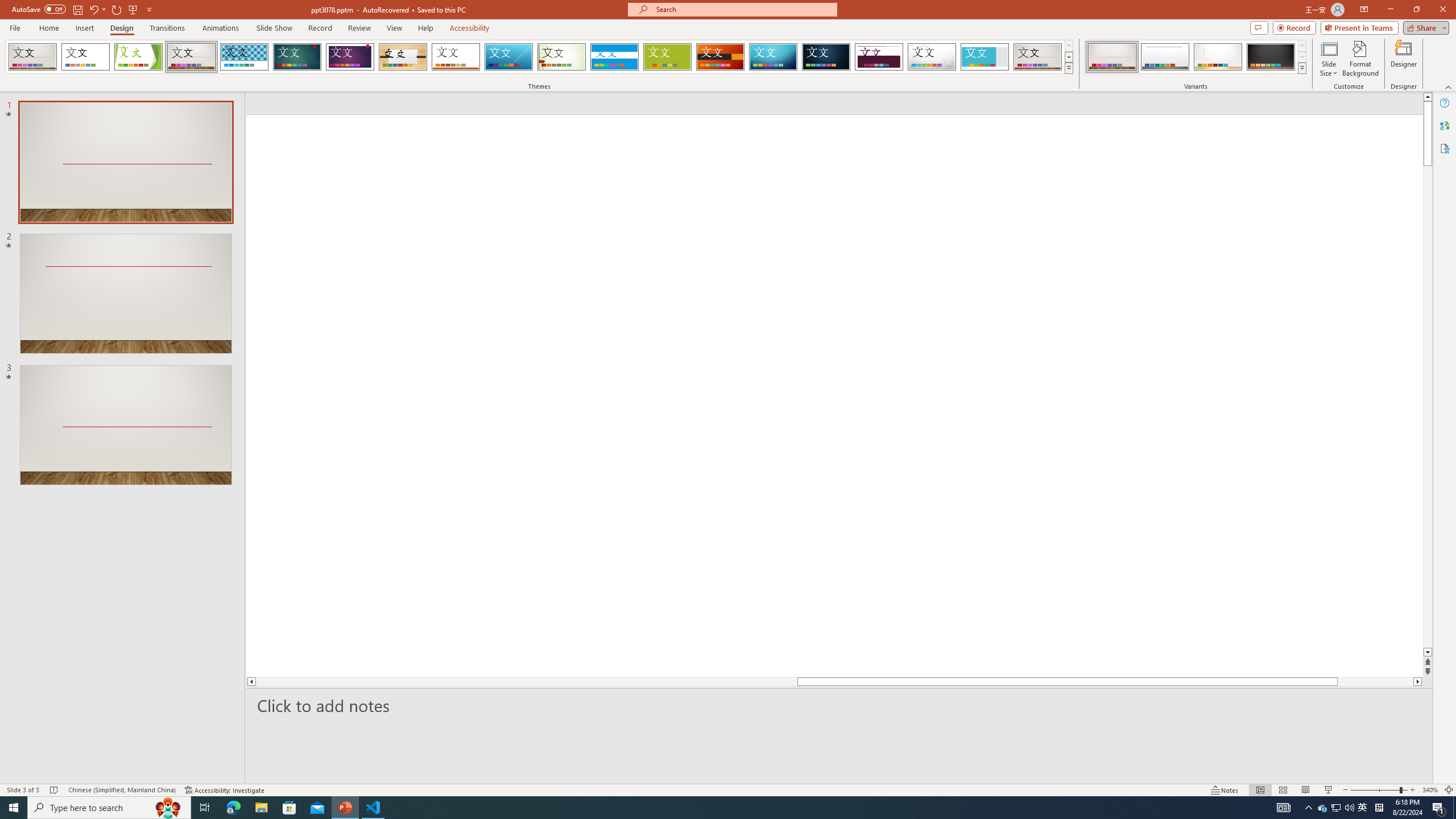  What do you see at coordinates (403, 56) in the screenshot?
I see `'Organic'` at bounding box center [403, 56].